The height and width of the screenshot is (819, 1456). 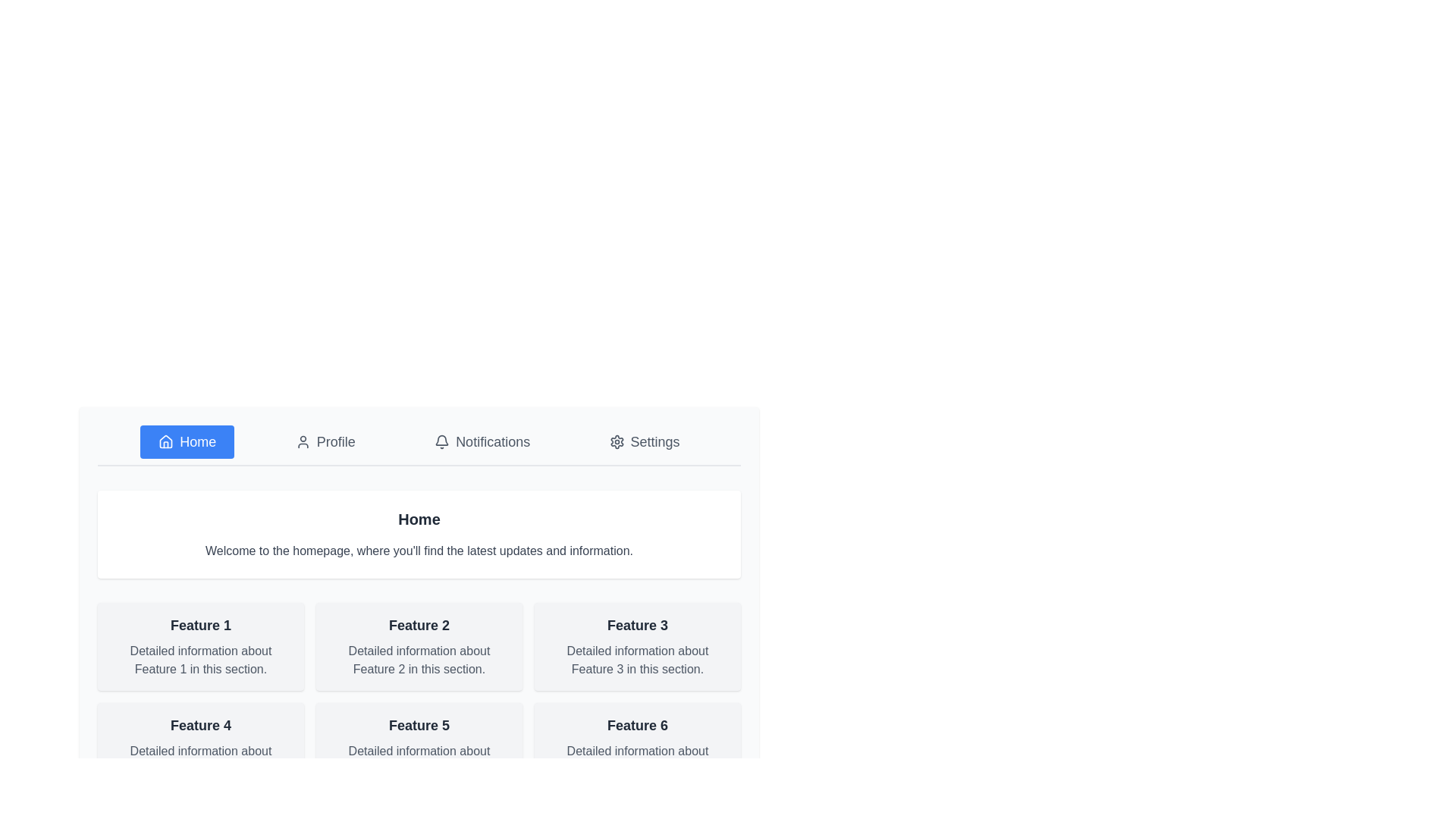 What do you see at coordinates (335, 441) in the screenshot?
I see `the profile label in the navigation bar, which is the second interactive text element adjacent to the user profile icon` at bounding box center [335, 441].